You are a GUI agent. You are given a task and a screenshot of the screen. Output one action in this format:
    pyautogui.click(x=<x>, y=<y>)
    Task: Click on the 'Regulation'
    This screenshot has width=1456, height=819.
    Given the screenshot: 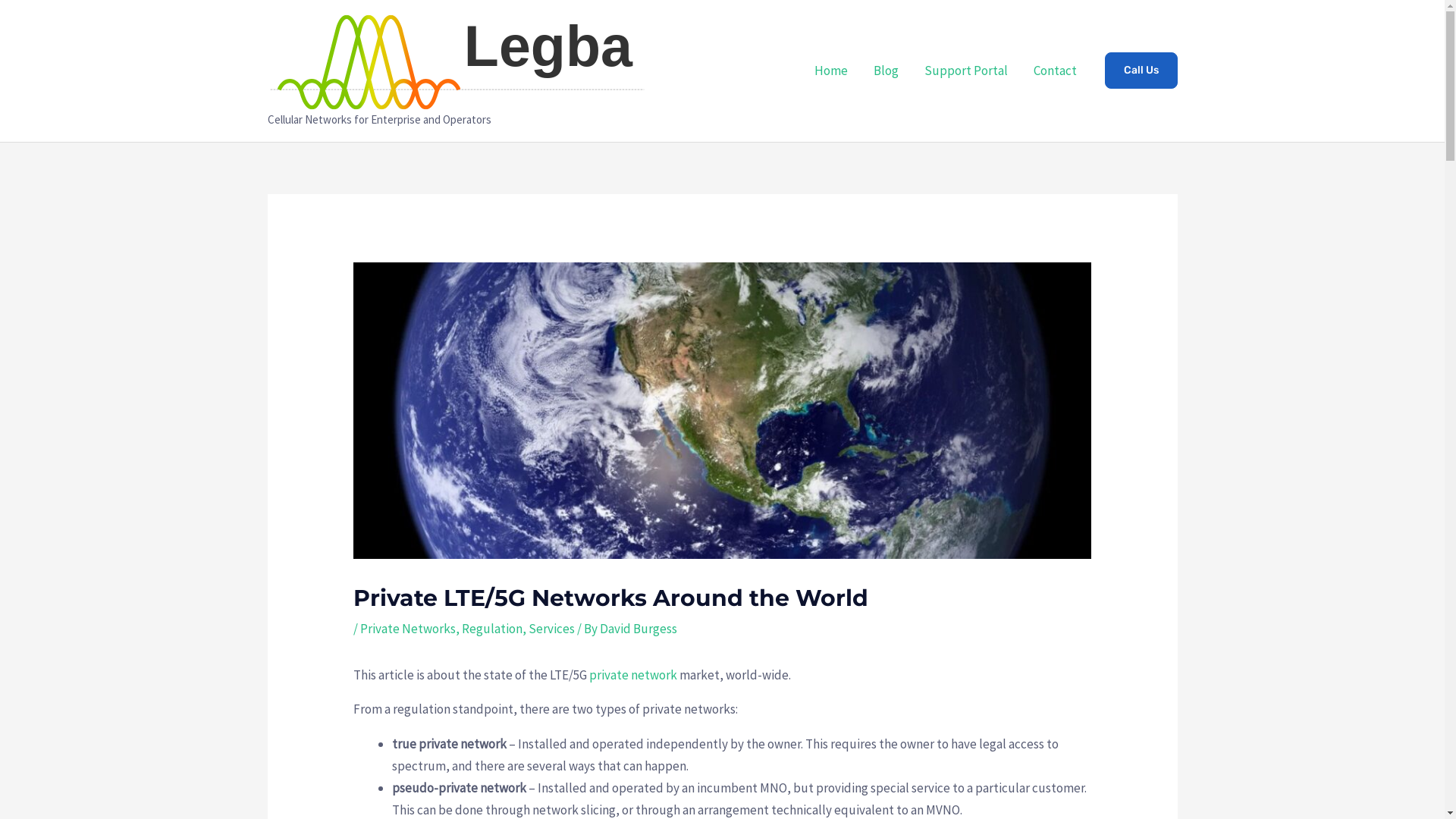 What is the action you would take?
    pyautogui.click(x=491, y=629)
    